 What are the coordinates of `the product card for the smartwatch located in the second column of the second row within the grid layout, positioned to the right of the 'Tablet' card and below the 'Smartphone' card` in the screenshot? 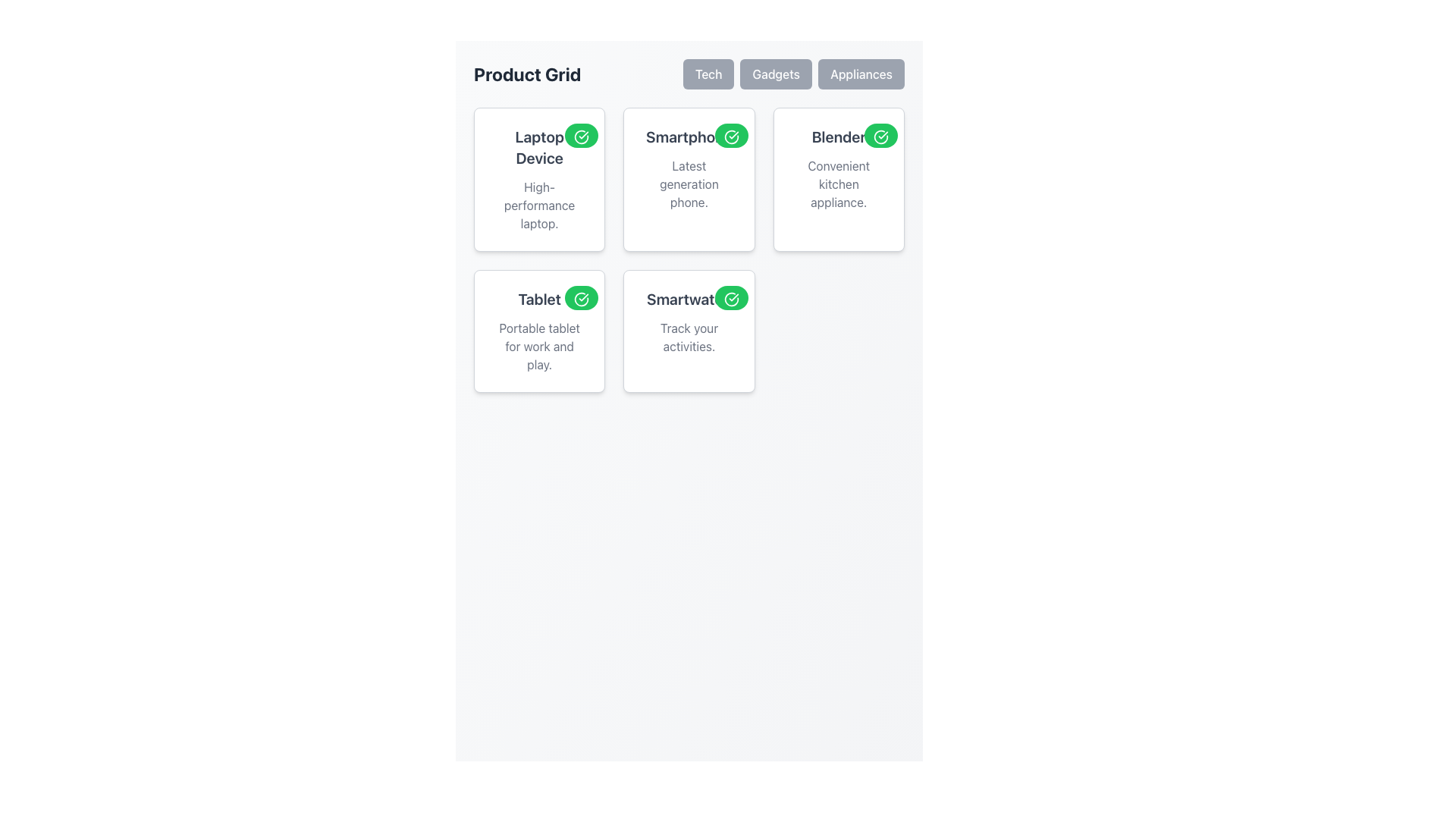 It's located at (688, 330).